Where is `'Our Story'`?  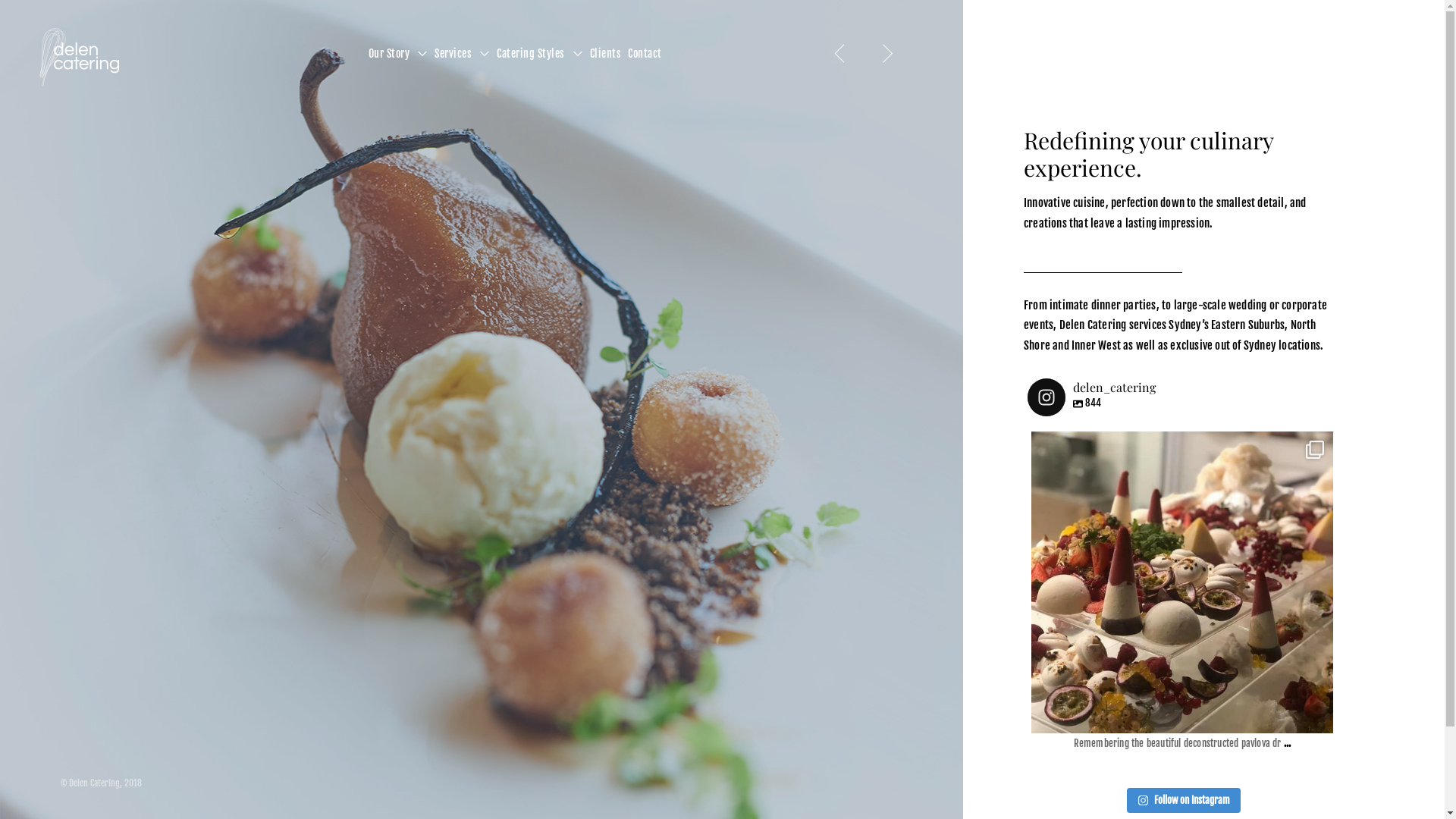 'Our Story' is located at coordinates (368, 54).